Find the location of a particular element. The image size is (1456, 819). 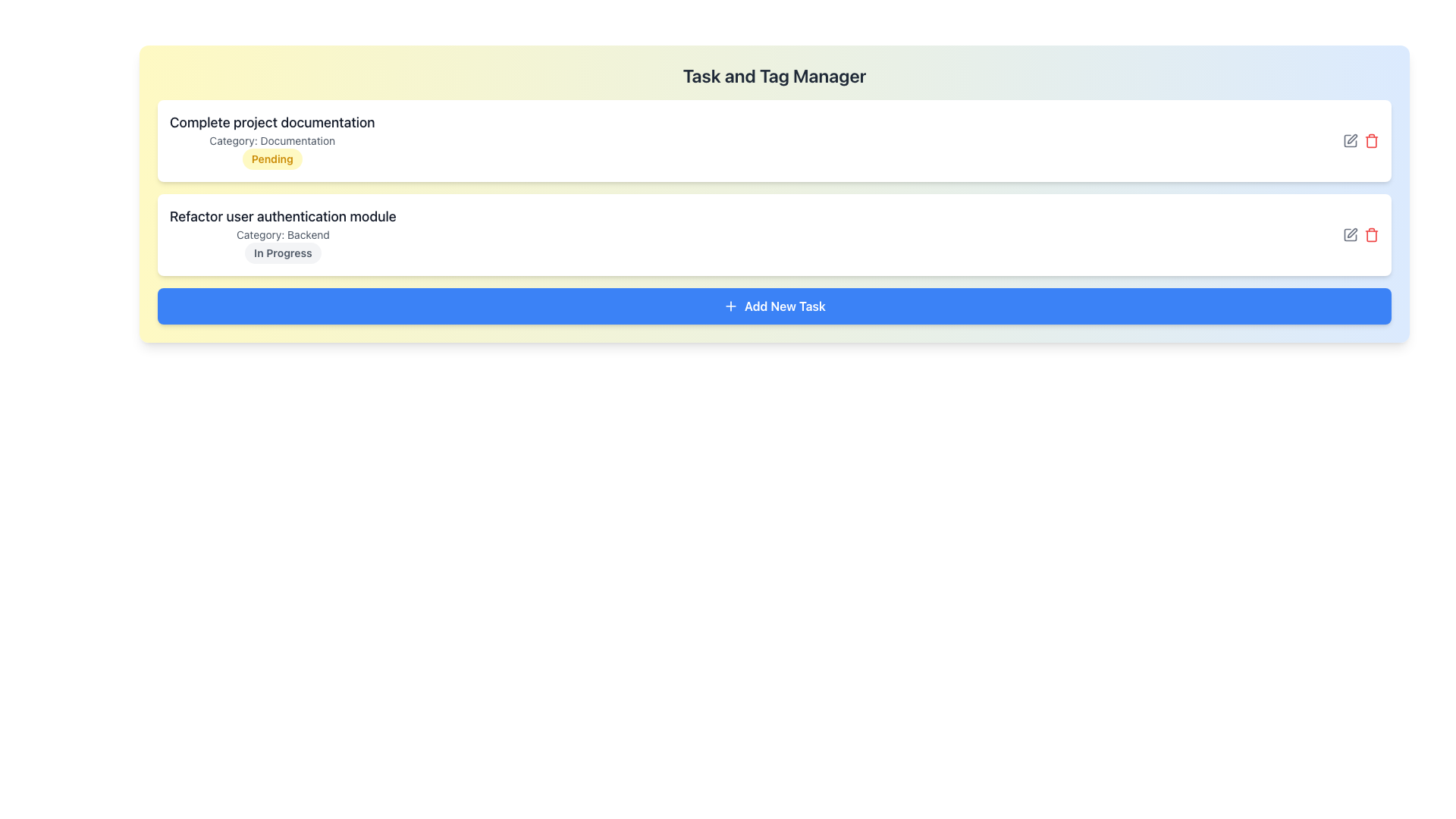

the status tag indicating 'In Progress' for the task 'Refactor user authentication module', located in the second row of the task list is located at coordinates (283, 253).